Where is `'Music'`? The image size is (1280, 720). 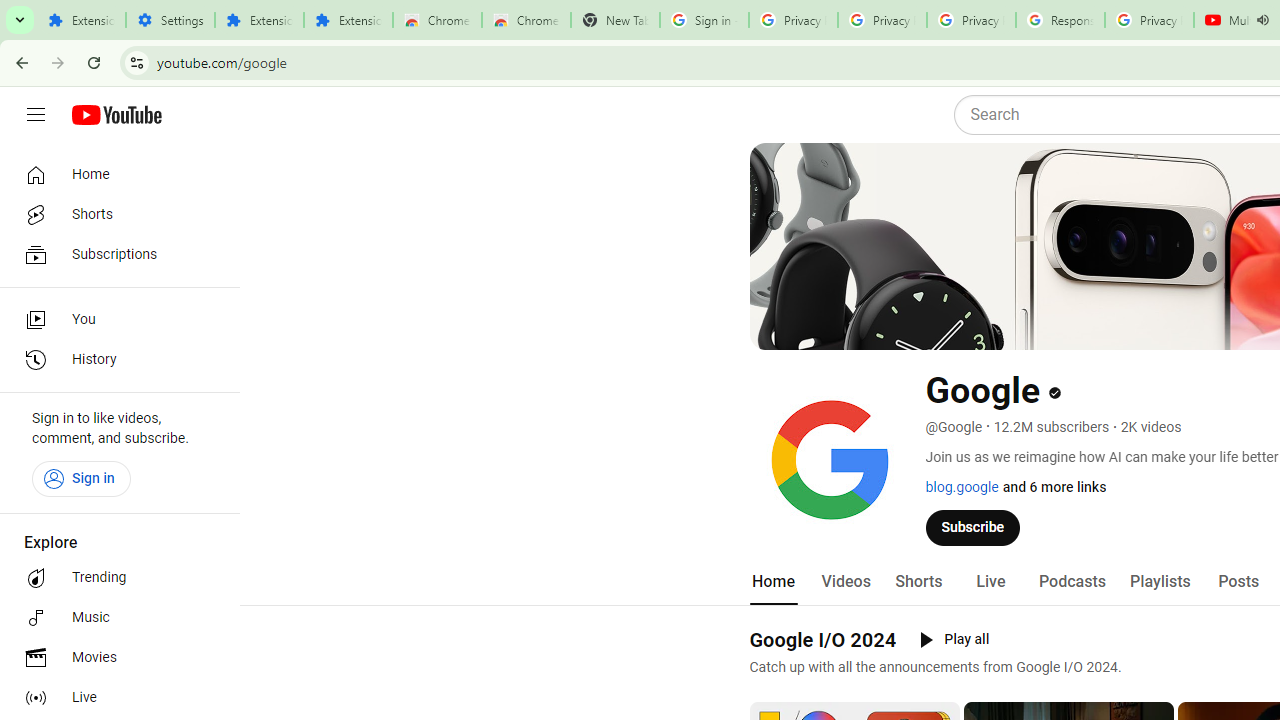
'Music' is located at coordinates (112, 617).